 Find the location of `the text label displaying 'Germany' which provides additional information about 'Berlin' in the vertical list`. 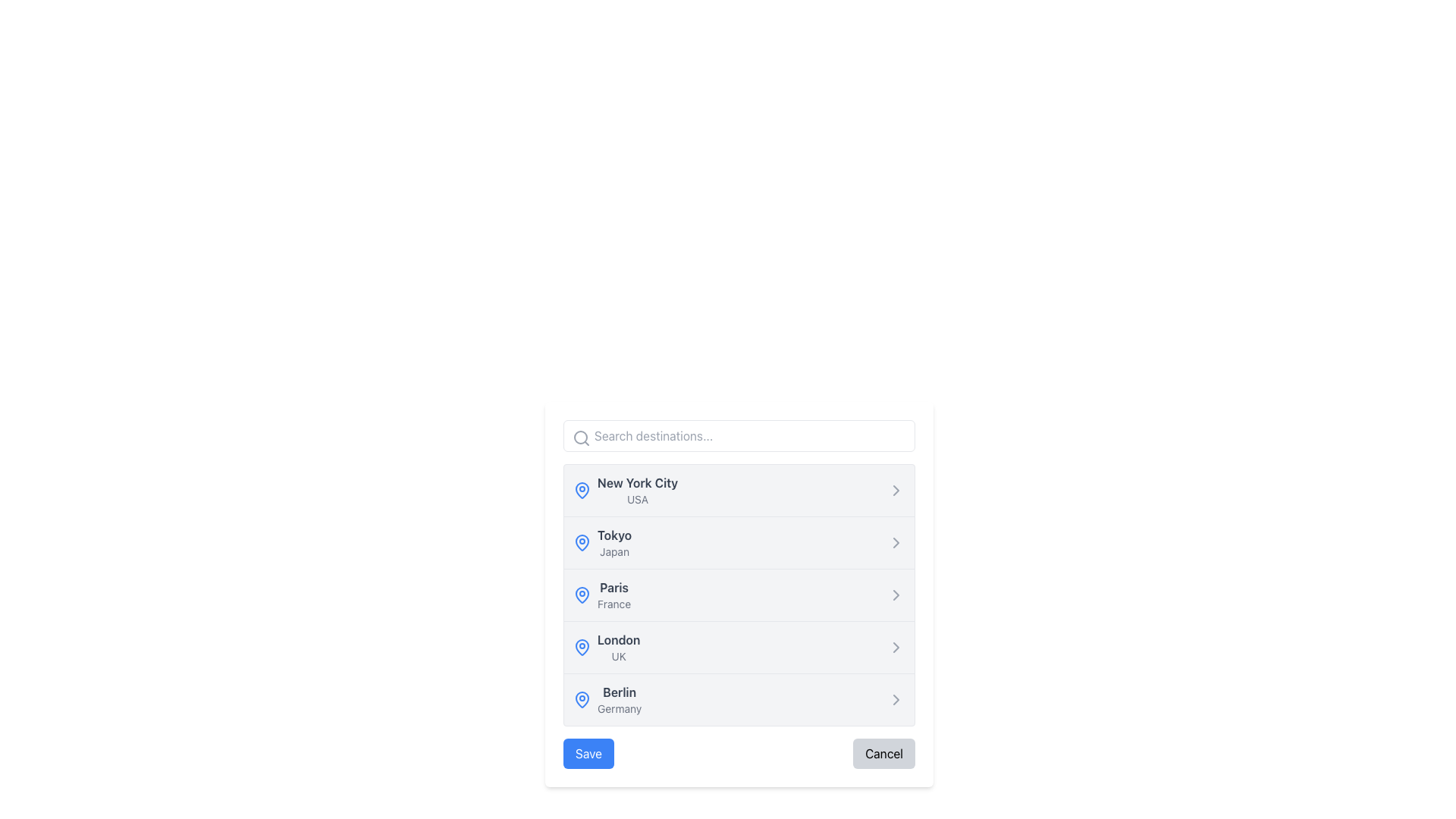

the text label displaying 'Germany' which provides additional information about 'Berlin' in the vertical list is located at coordinates (620, 708).